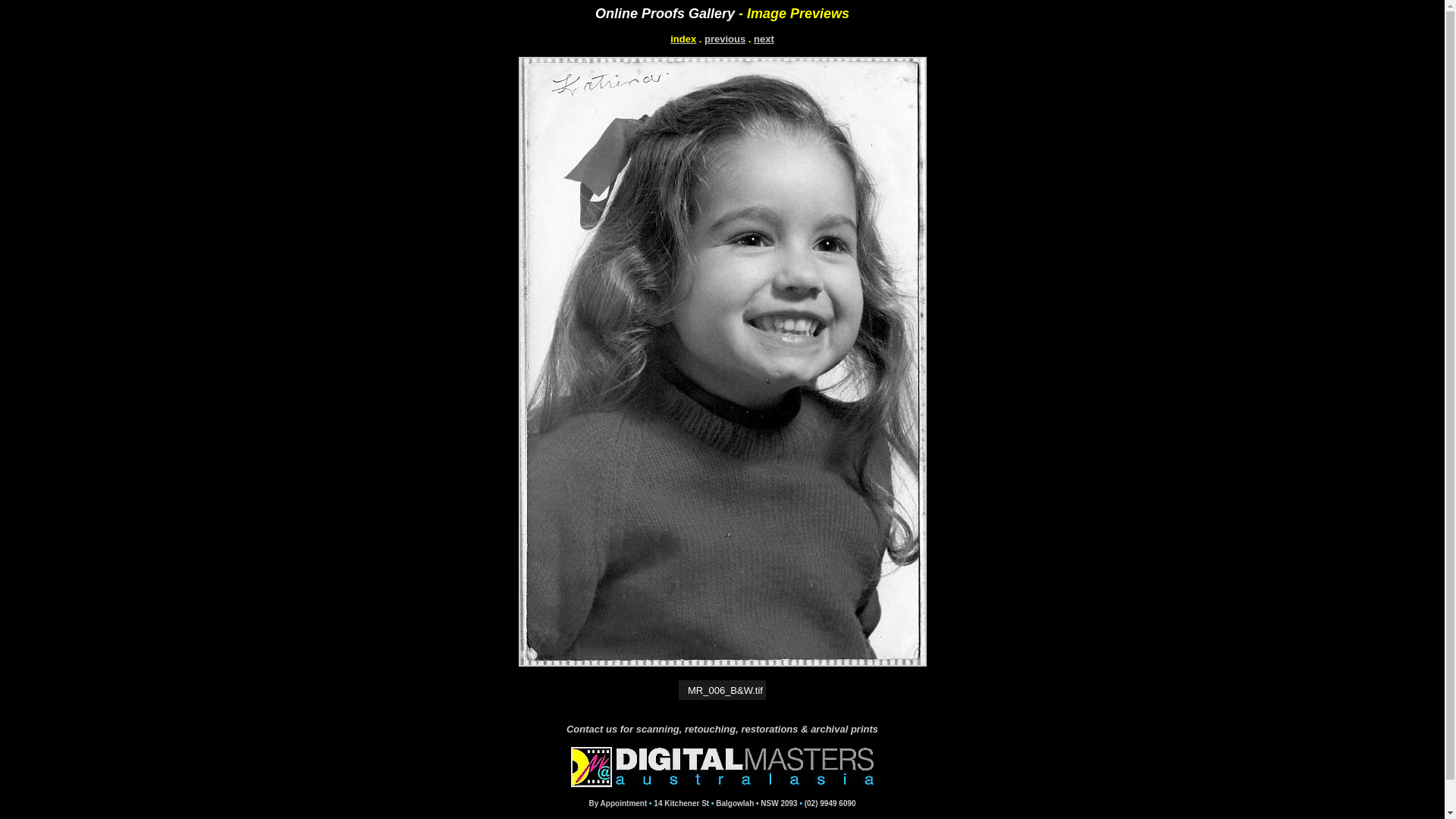 The height and width of the screenshot is (819, 1456). I want to click on 'next', so click(753, 38).